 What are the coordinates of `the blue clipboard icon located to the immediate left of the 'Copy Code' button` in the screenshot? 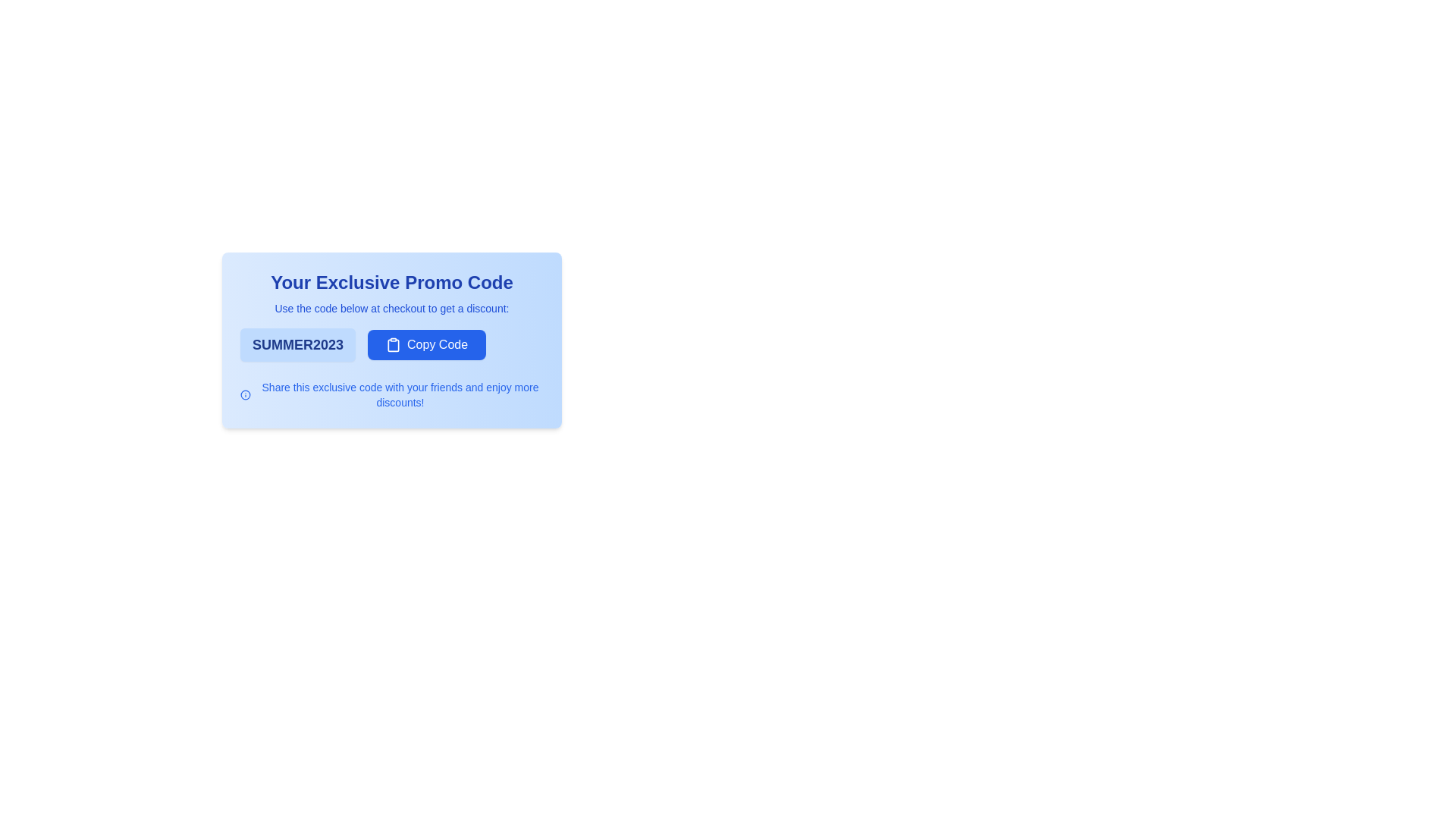 It's located at (393, 345).